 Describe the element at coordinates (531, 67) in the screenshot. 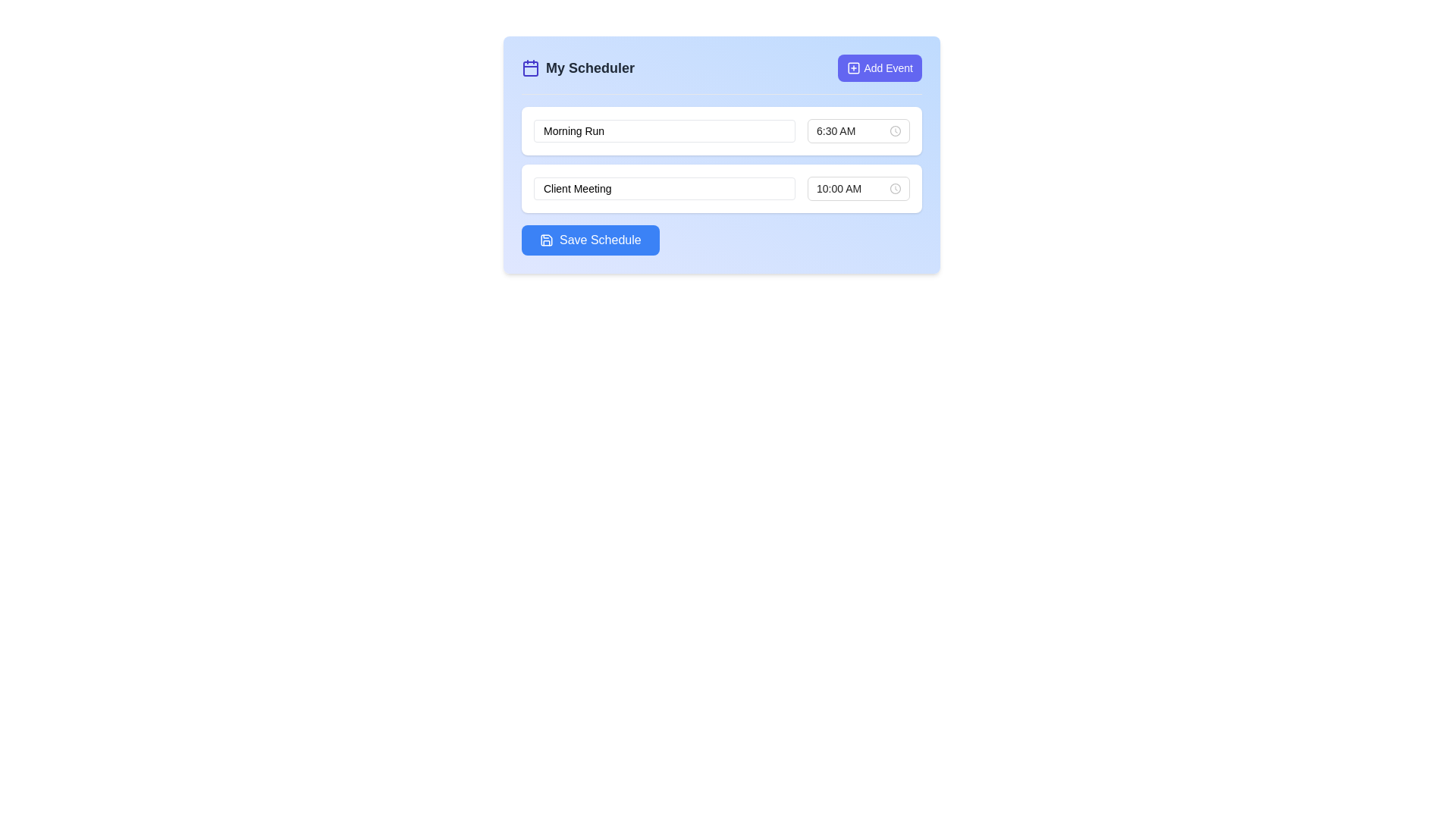

I see `the calendar icon located in the top-left corner of the header section, preceding the 'My Scheduler' text, as a visual guide` at that location.